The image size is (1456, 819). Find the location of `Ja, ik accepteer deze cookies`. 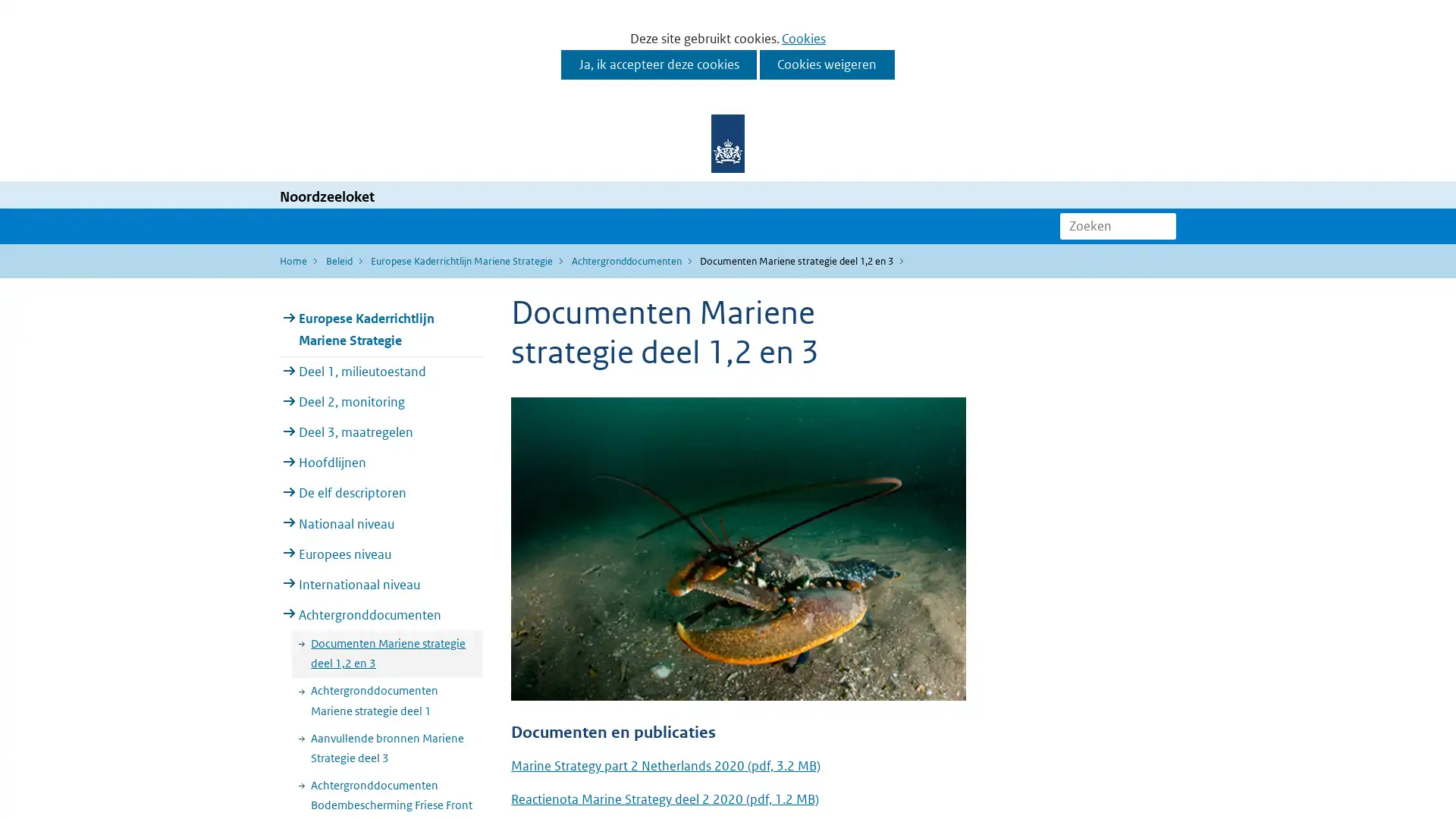

Ja, ik accepteer deze cookies is located at coordinates (658, 64).